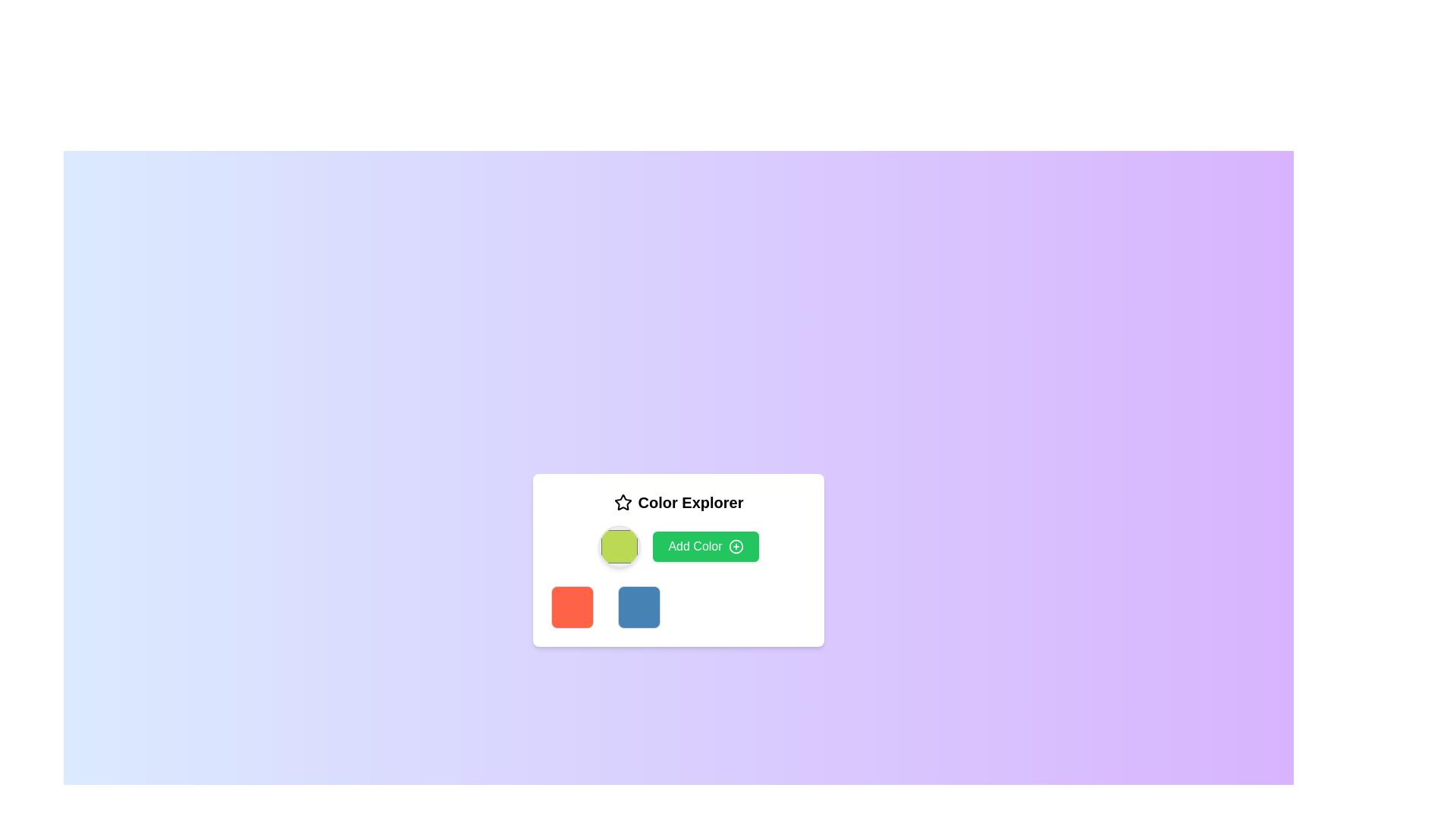 This screenshot has width=1456, height=819. I want to click on the circular icon with a green outline and a plus symbol inside the 'Add Color' button, so click(736, 547).